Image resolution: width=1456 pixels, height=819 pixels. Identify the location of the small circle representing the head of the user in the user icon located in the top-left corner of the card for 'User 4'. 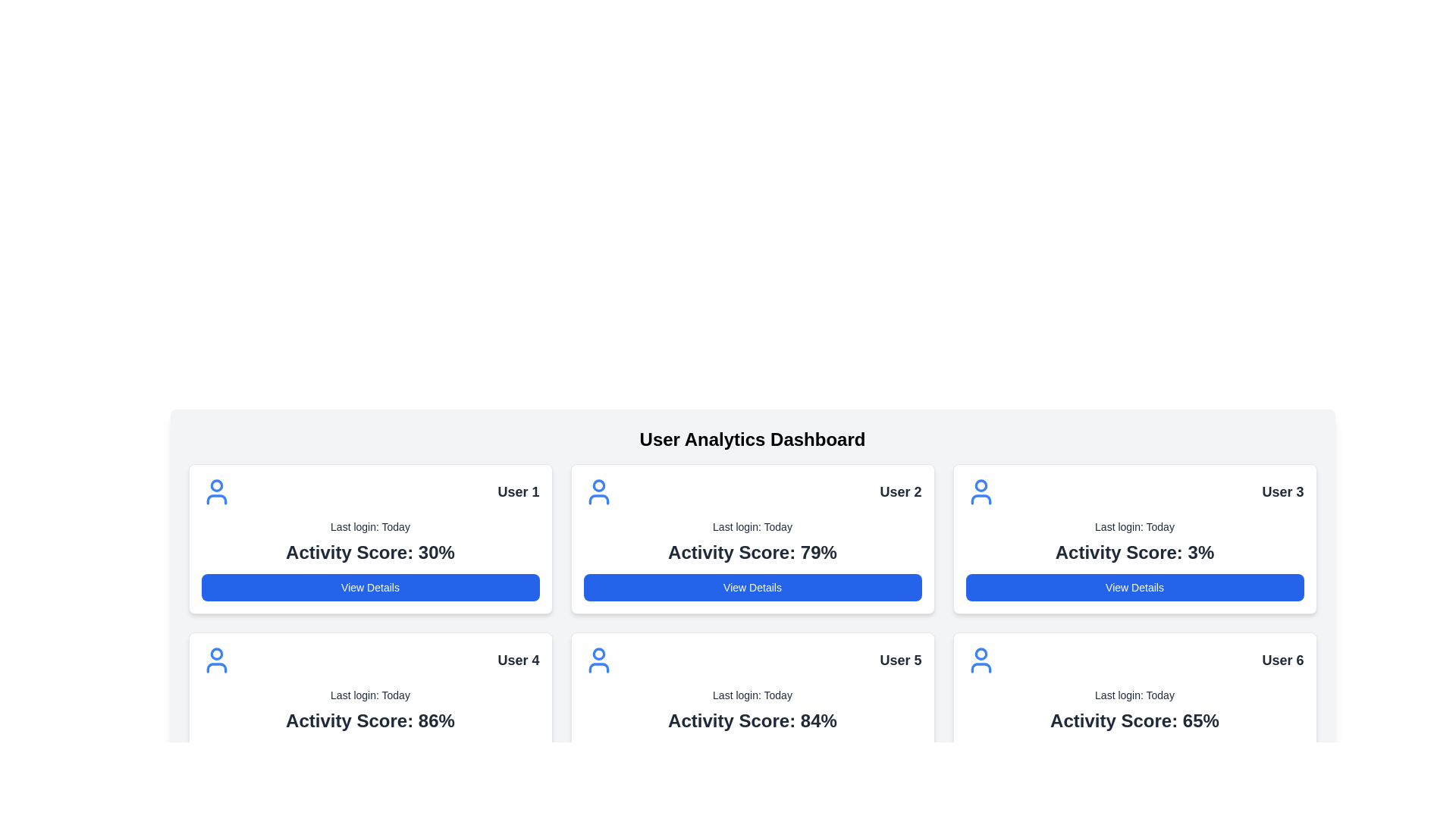
(215, 653).